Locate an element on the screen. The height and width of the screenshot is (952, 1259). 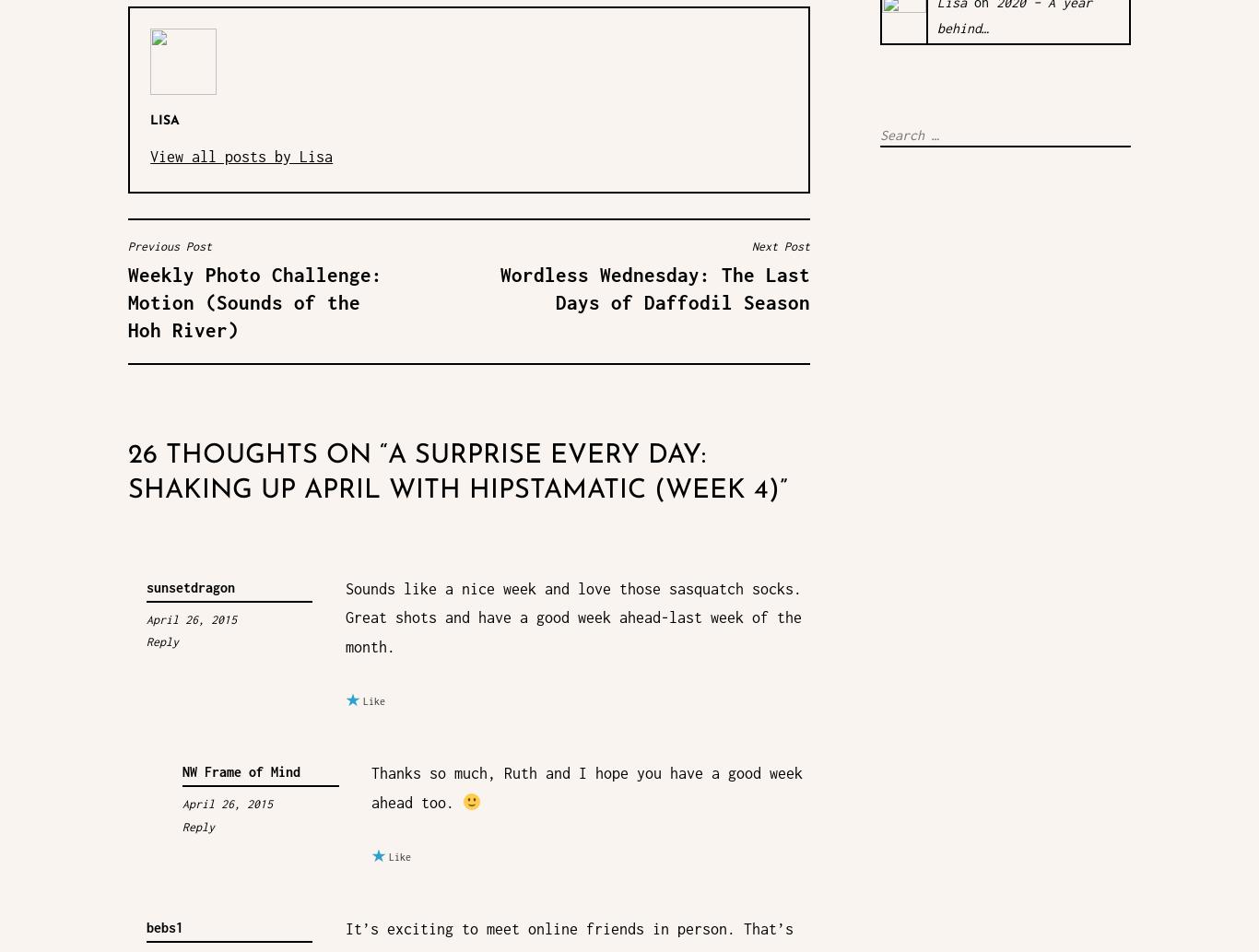
'26 thoughts on “' is located at coordinates (258, 455).